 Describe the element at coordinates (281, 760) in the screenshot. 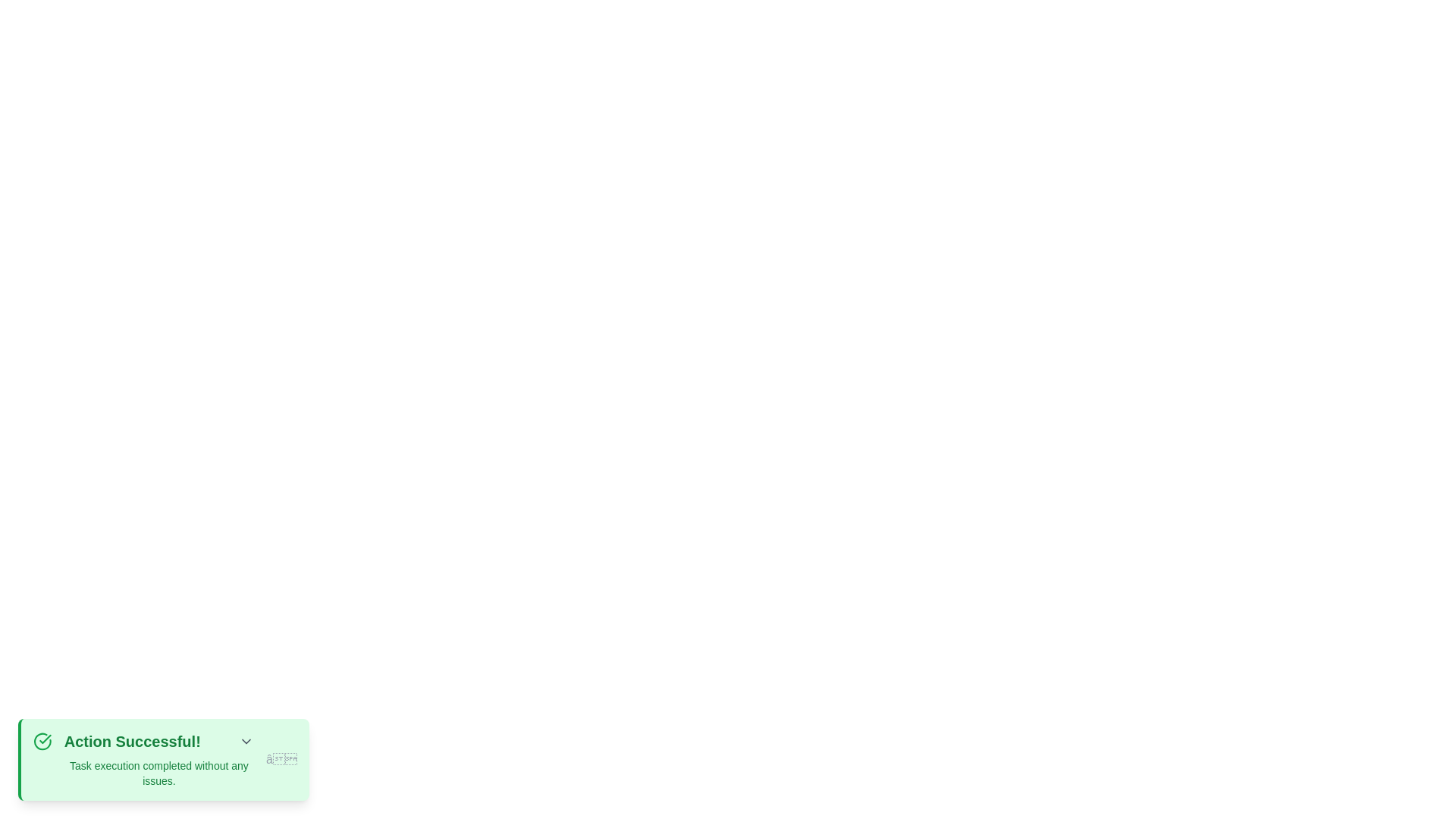

I see `the dismiss button to close the snackbar` at that location.